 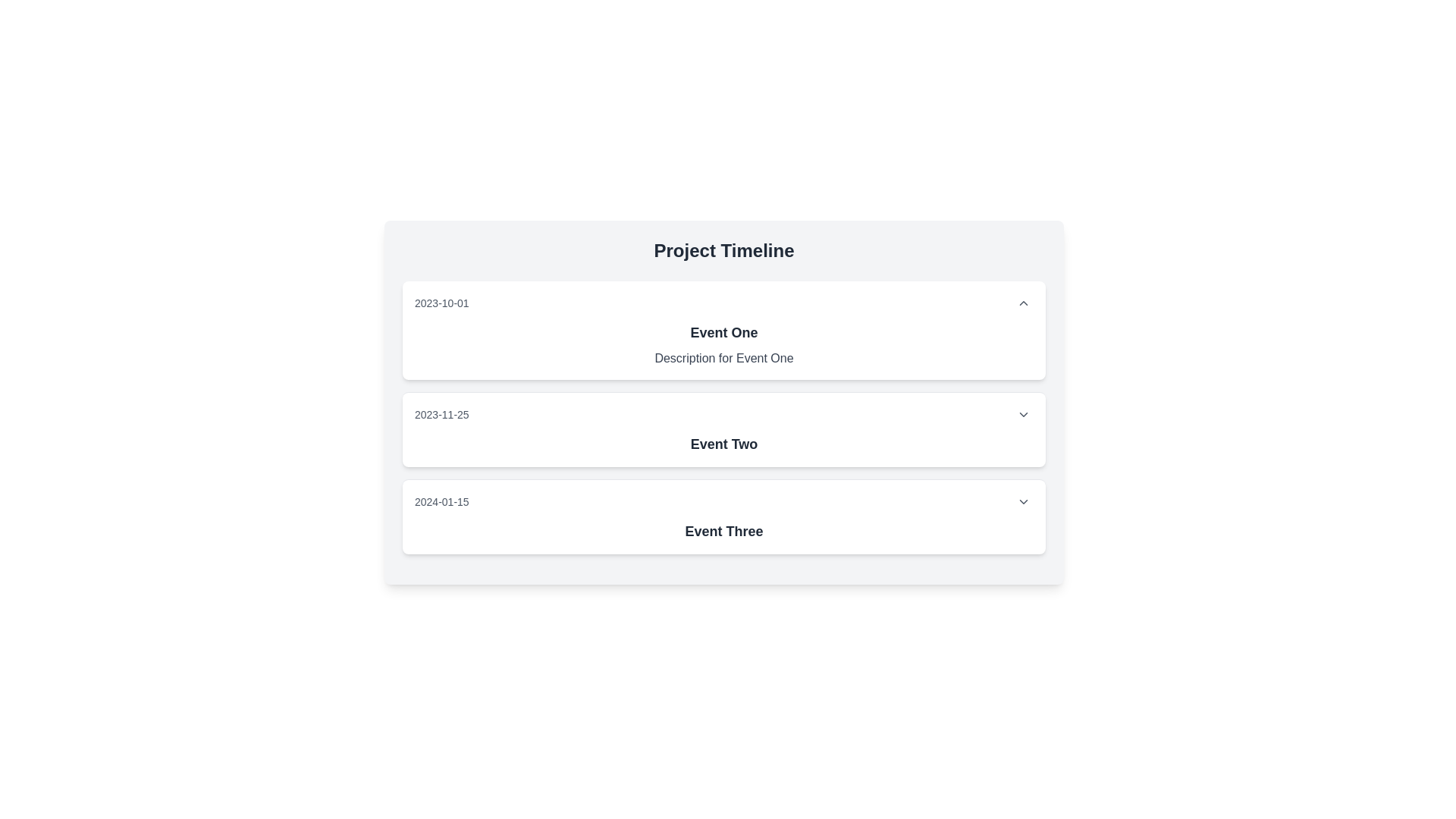 What do you see at coordinates (723, 415) in the screenshot?
I see `the selectable item displaying the date '2023-11-25' in the second event block titled 'Event Two'` at bounding box center [723, 415].